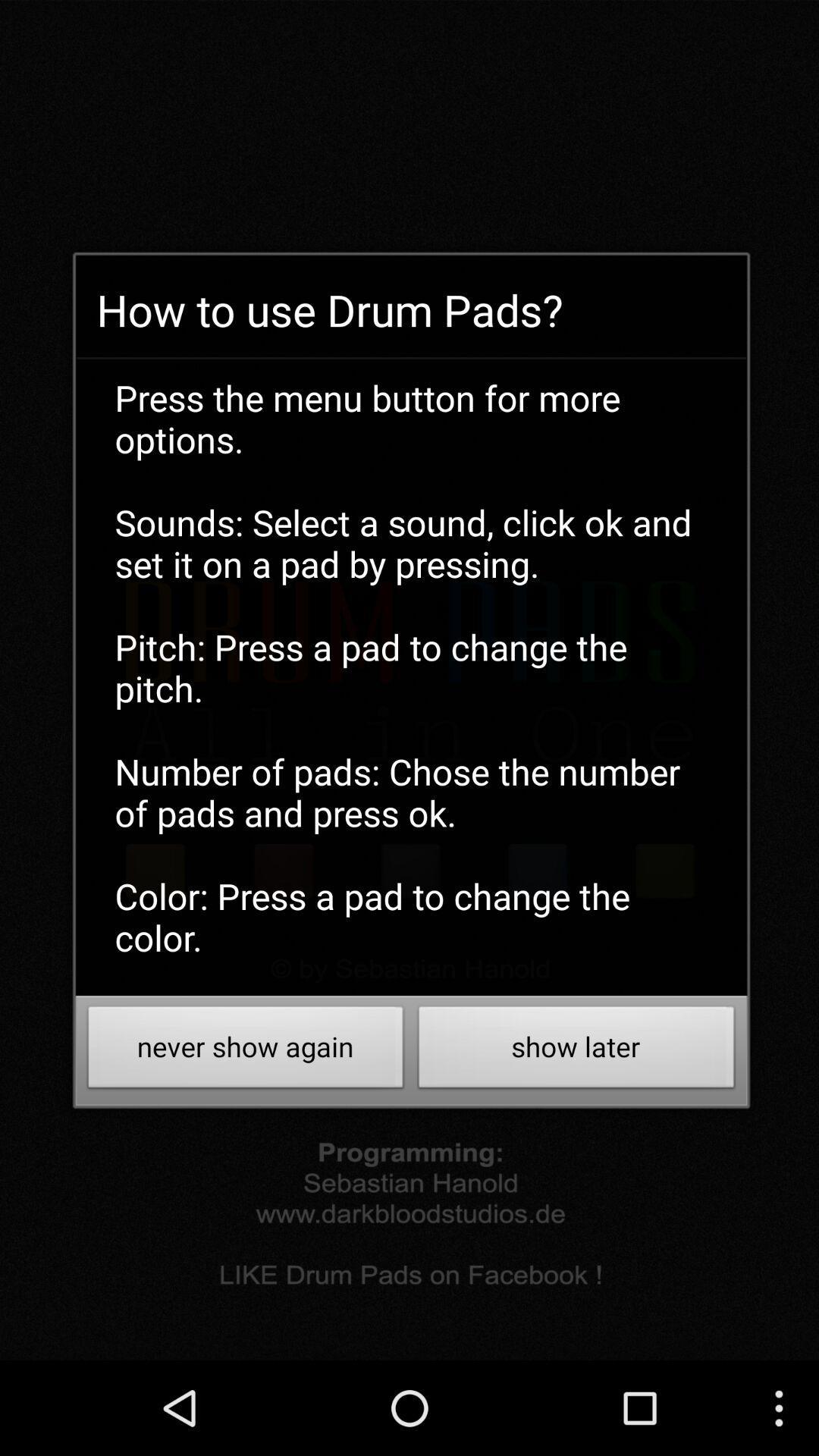 This screenshot has height=1456, width=819. Describe the element at coordinates (245, 1050) in the screenshot. I see `the item below the press the menu item` at that location.